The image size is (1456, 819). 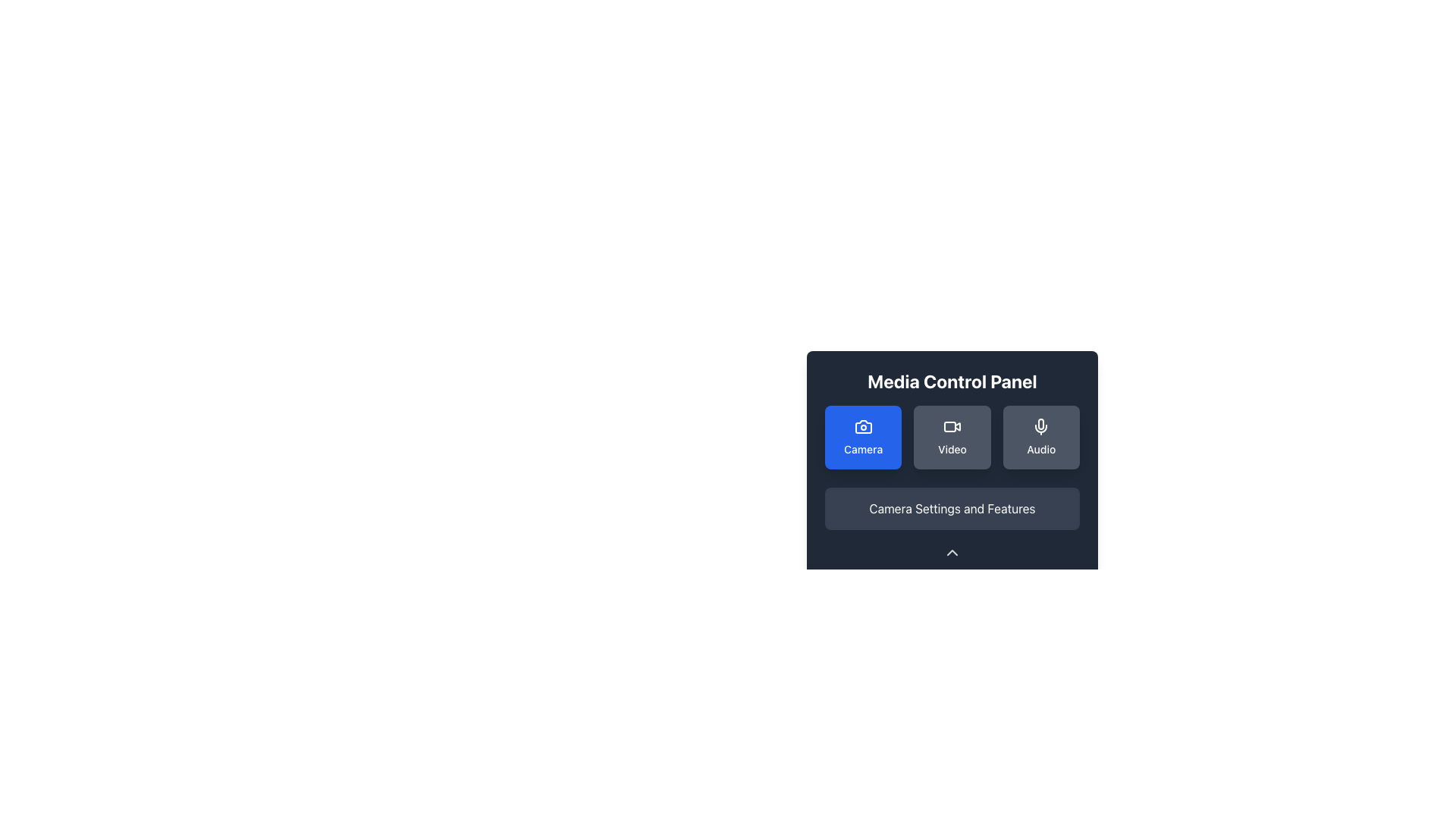 I want to click on the video icon located in the 'Video' card, which is positioned in the upper-center of a group of three similar cards, so click(x=952, y=427).